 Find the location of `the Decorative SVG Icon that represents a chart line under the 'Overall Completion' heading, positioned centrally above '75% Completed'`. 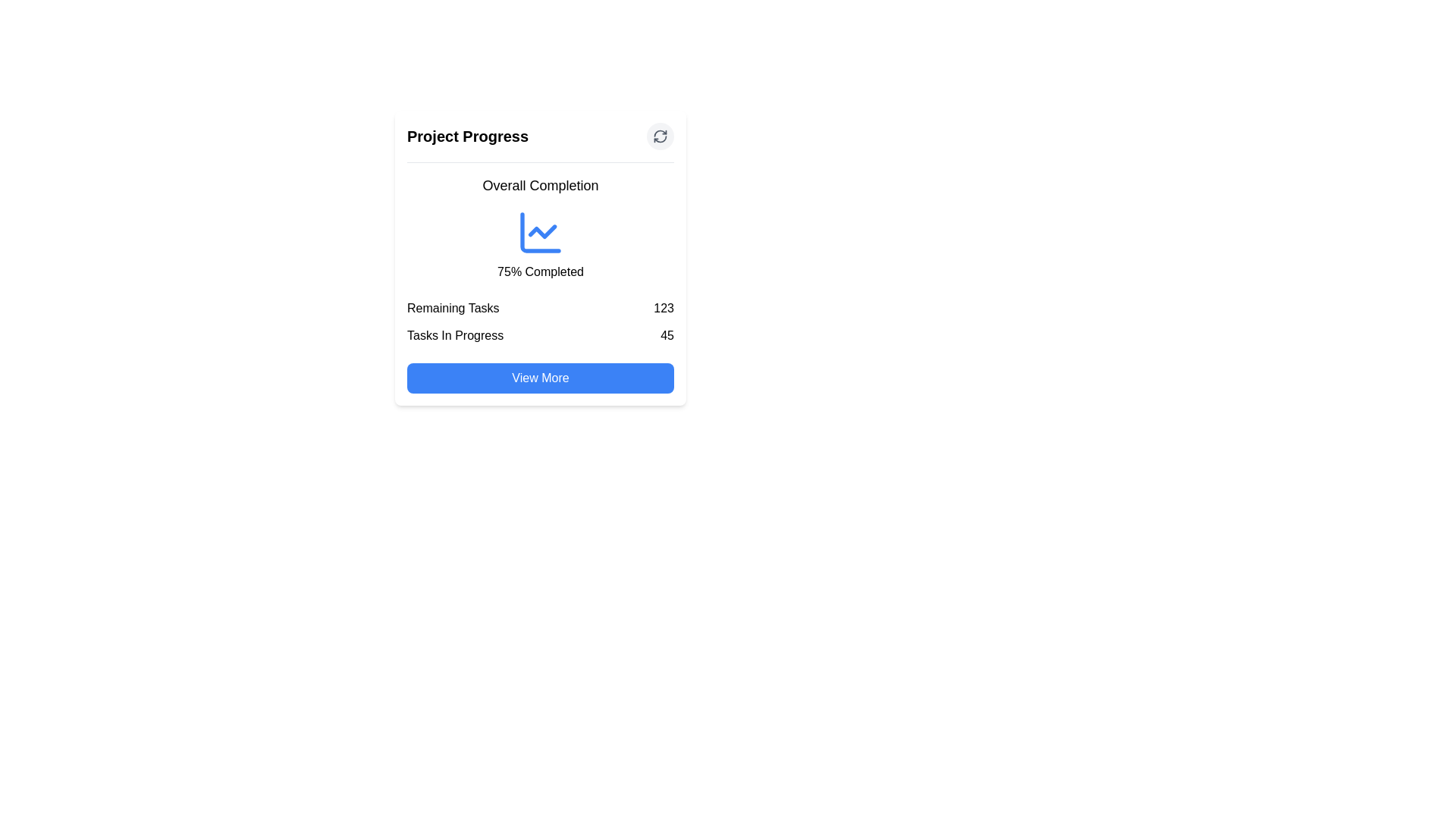

the Decorative SVG Icon that represents a chart line under the 'Overall Completion' heading, positioned centrally above '75% Completed' is located at coordinates (541, 233).